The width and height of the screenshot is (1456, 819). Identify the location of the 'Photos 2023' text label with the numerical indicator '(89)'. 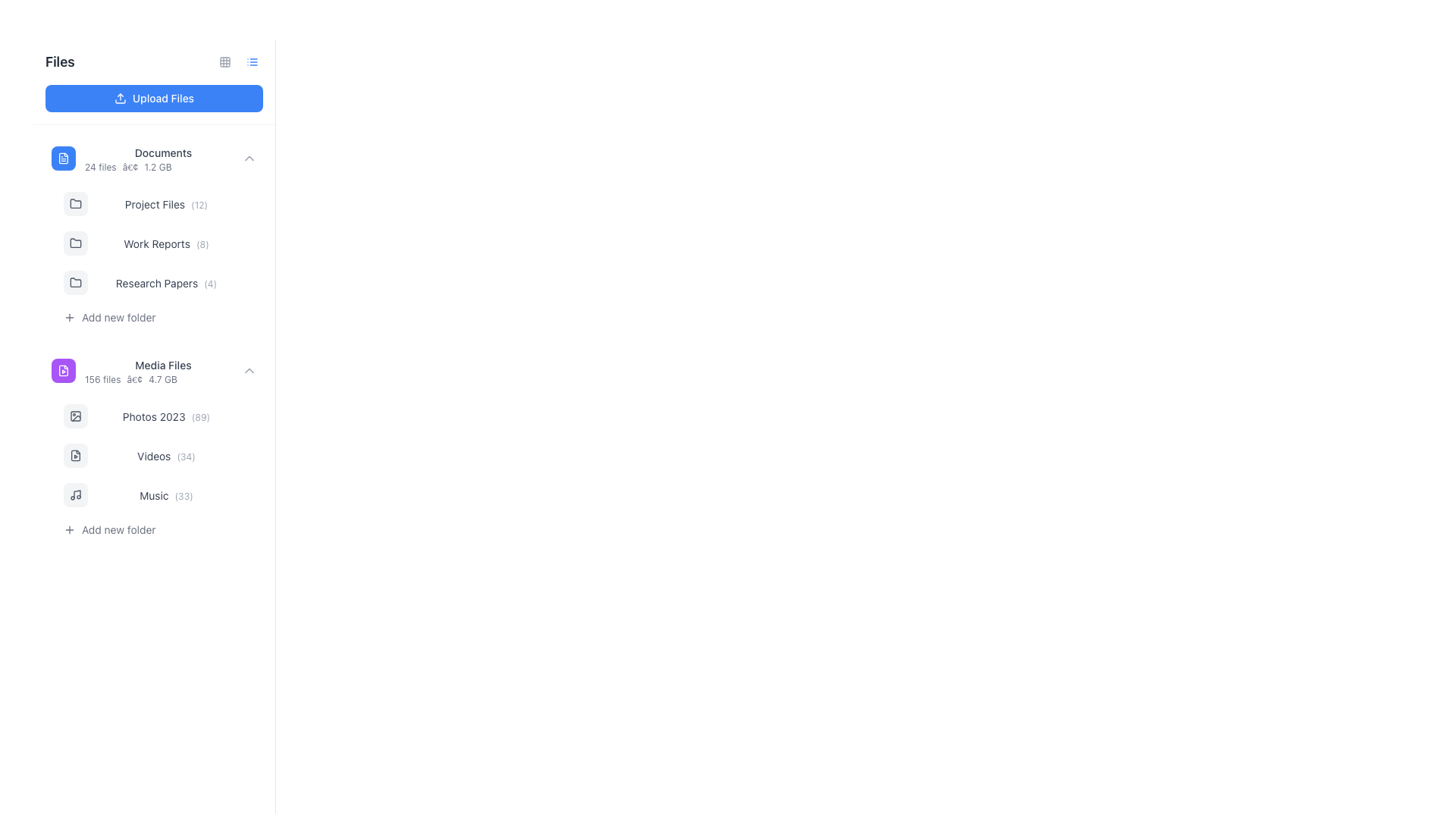
(166, 416).